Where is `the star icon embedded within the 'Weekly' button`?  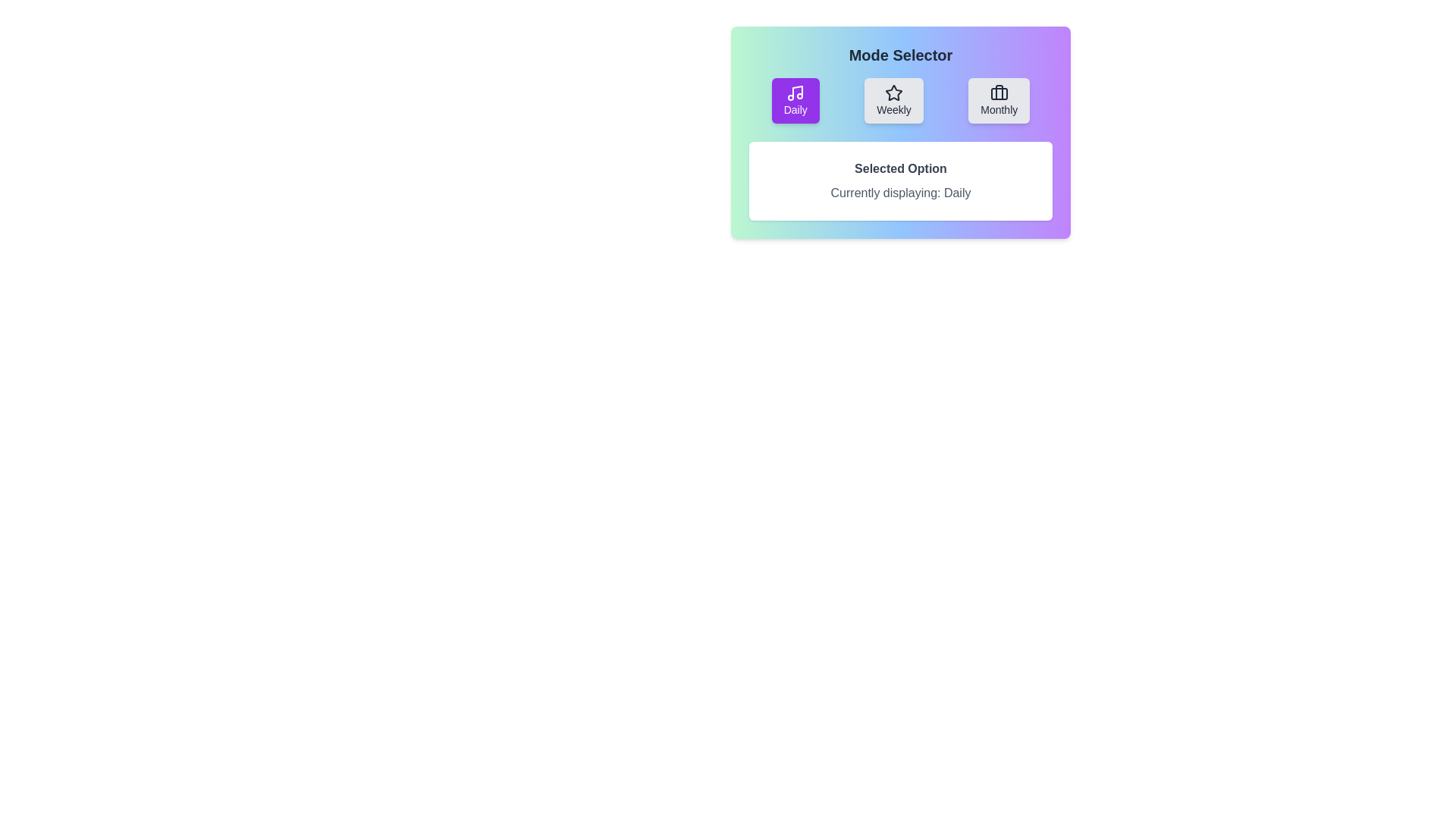
the star icon embedded within the 'Weekly' button is located at coordinates (894, 93).